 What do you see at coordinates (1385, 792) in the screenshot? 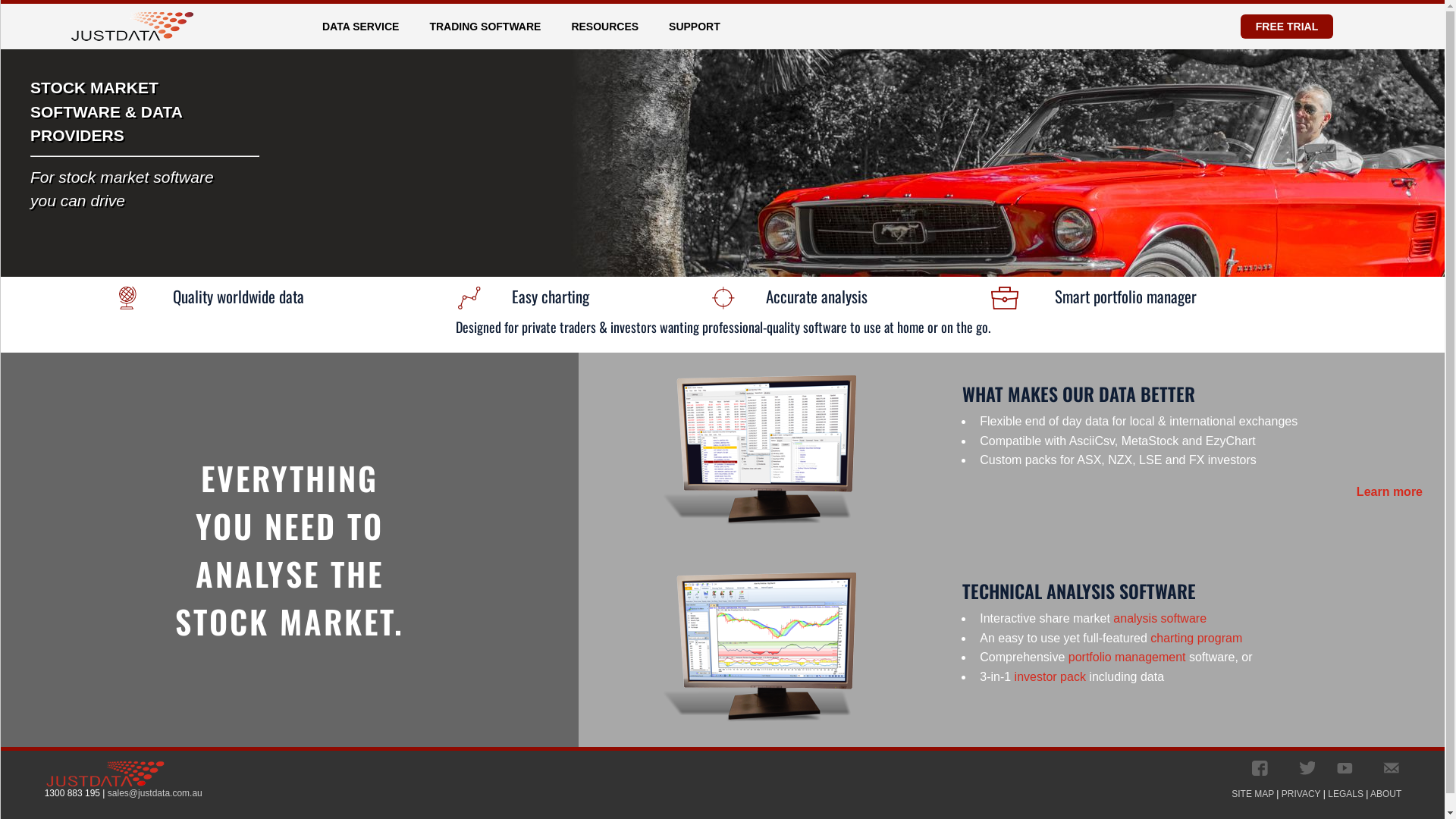
I see `'ABOUT'` at bounding box center [1385, 792].